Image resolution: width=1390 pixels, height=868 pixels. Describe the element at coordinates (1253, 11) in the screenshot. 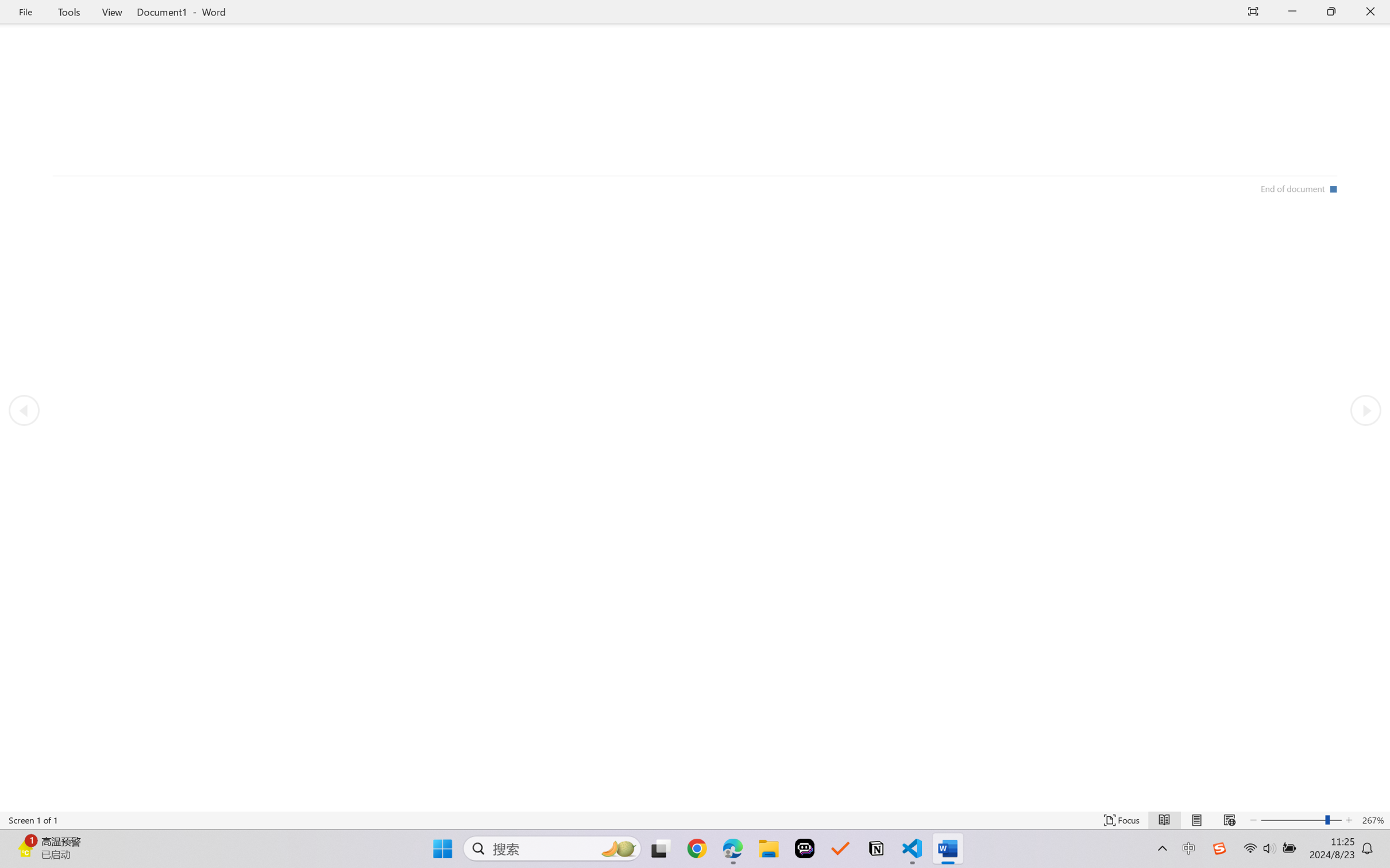

I see `'Auto-hide Reading Toolbar'` at that location.